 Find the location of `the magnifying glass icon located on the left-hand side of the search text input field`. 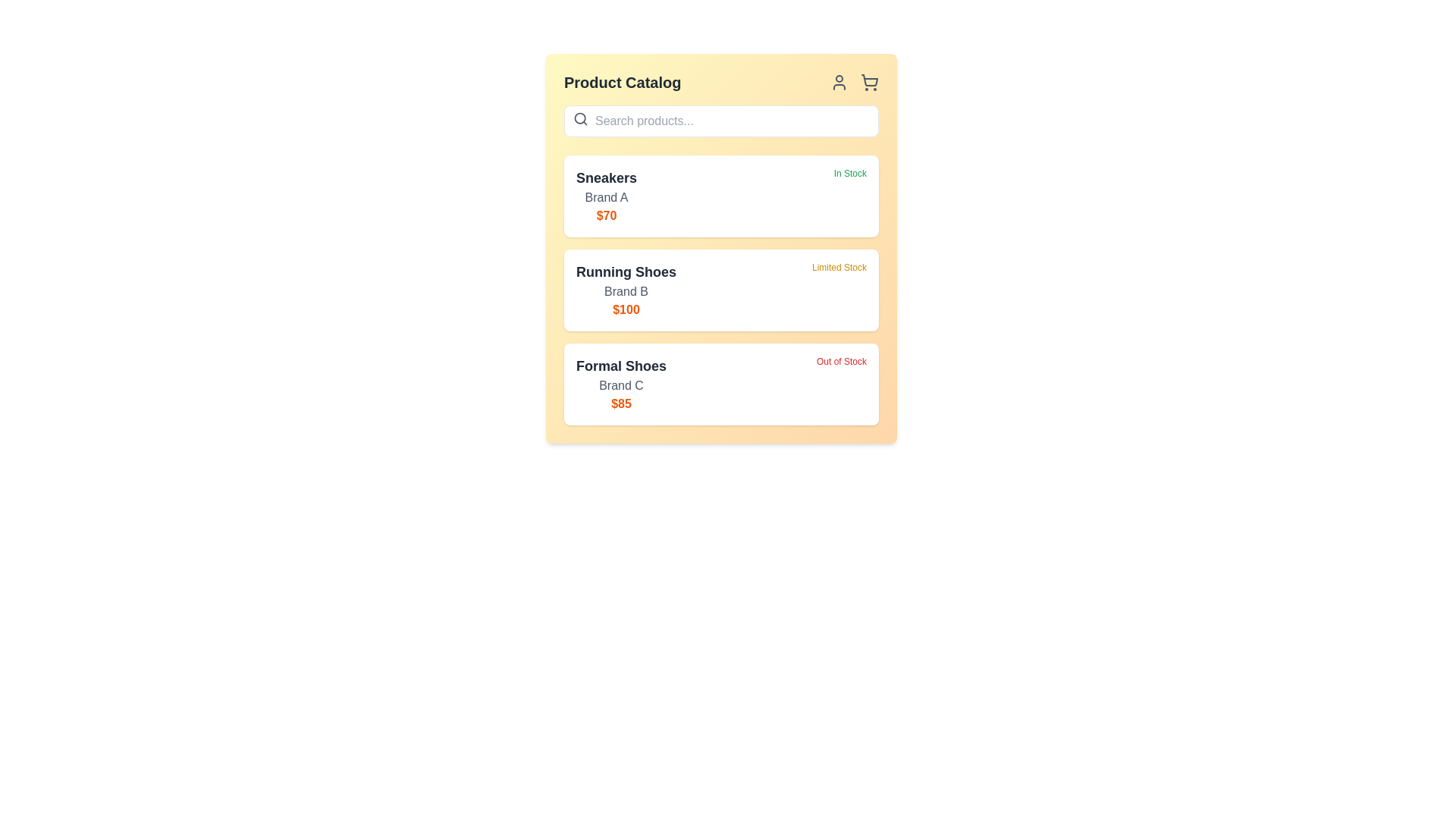

the magnifying glass icon located on the left-hand side of the search text input field is located at coordinates (580, 118).